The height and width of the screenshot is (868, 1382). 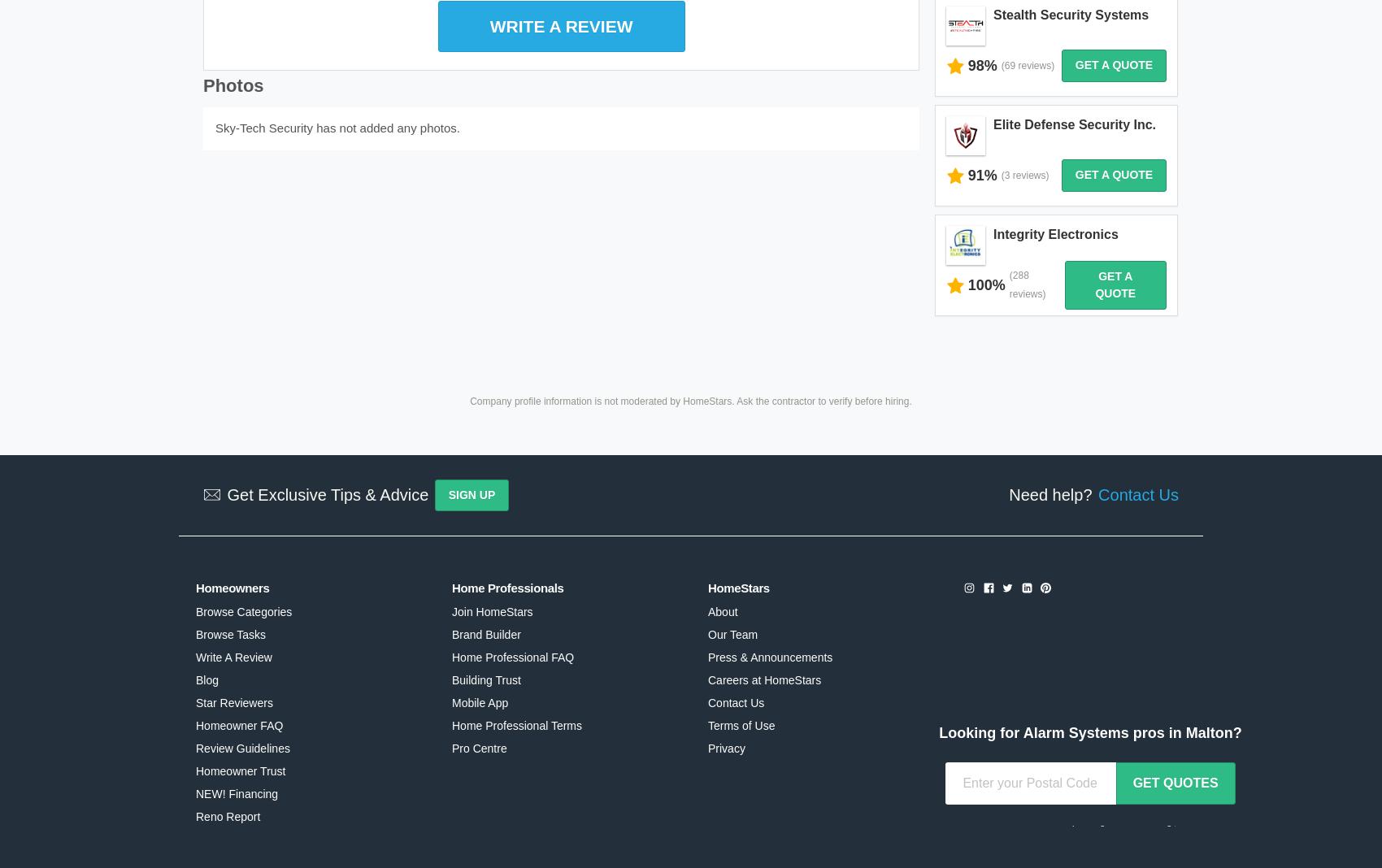 What do you see at coordinates (708, 679) in the screenshot?
I see `'Privacy'` at bounding box center [708, 679].